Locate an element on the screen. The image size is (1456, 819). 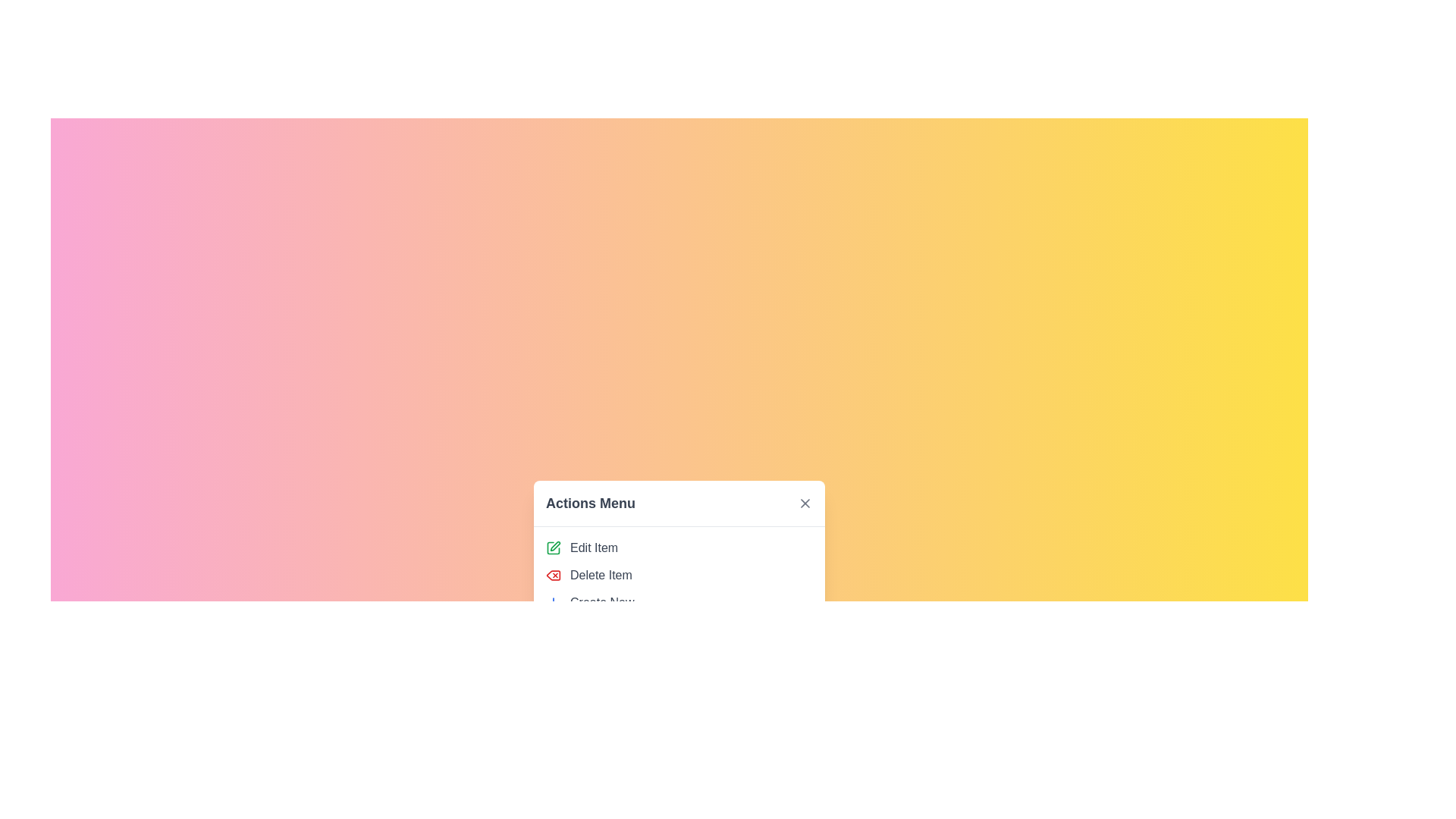
the blue plus sign SVG icon located to the left of the 'Create New' text is located at coordinates (552, 601).